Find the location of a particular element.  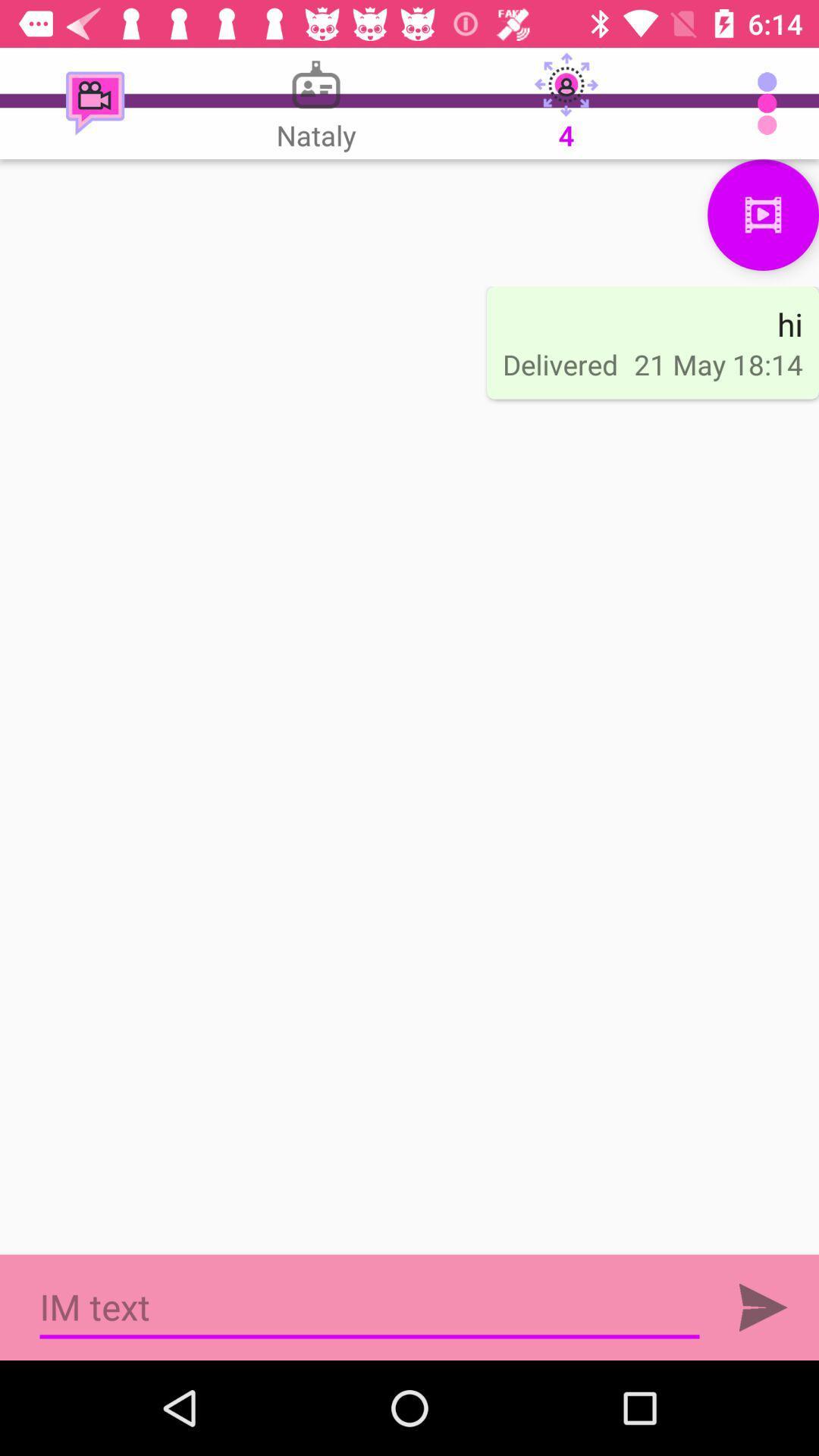

advertisement is located at coordinates (369, 1307).